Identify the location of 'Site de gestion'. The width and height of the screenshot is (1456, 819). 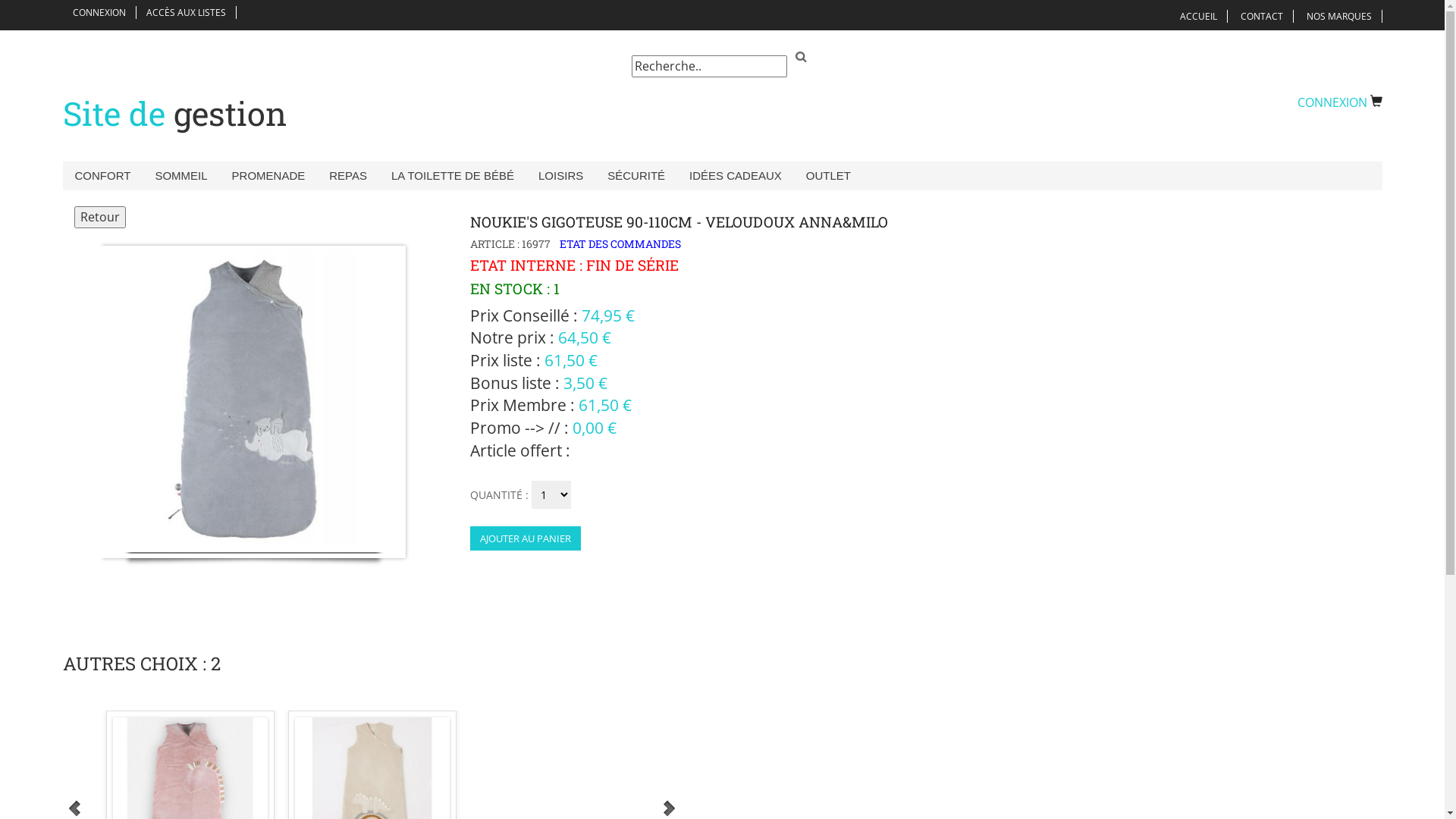
(174, 113).